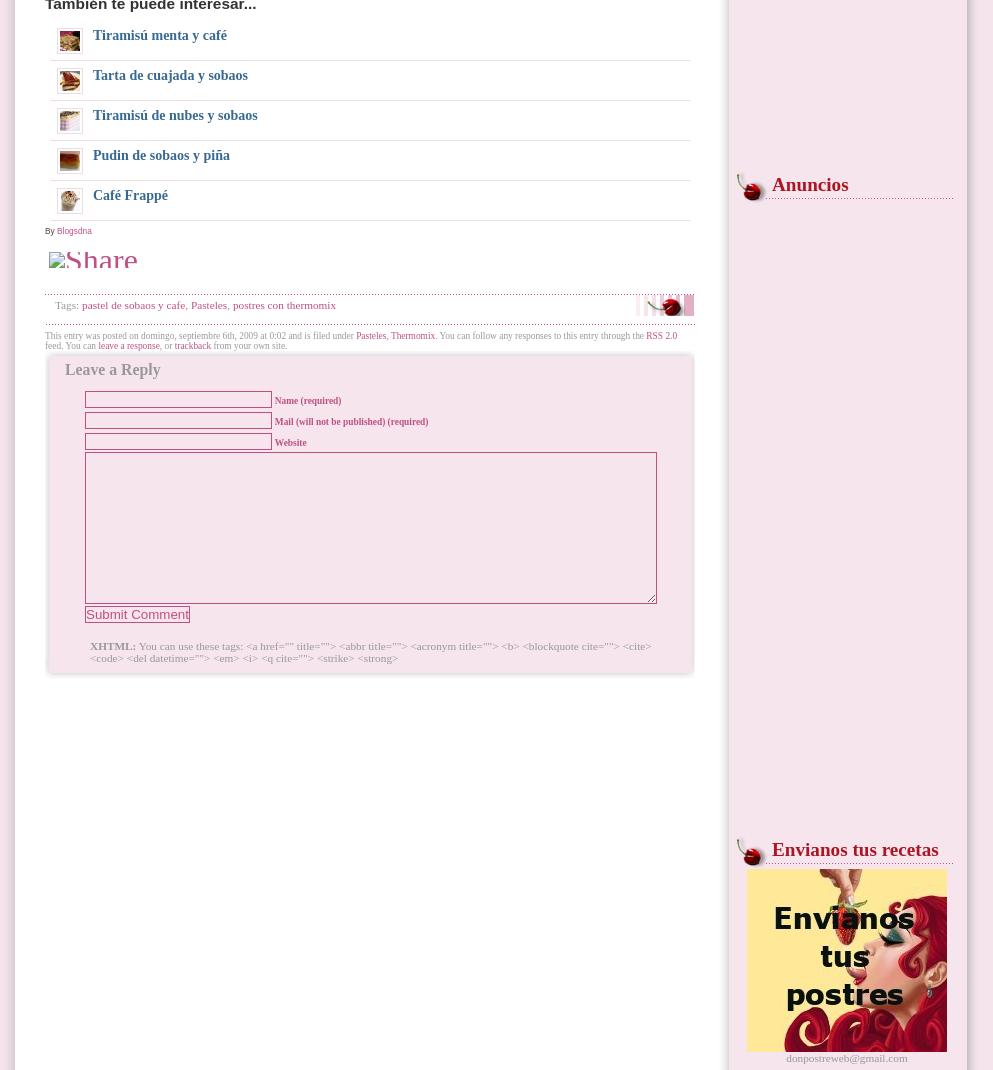  What do you see at coordinates (165, 346) in the screenshot?
I see `', or'` at bounding box center [165, 346].